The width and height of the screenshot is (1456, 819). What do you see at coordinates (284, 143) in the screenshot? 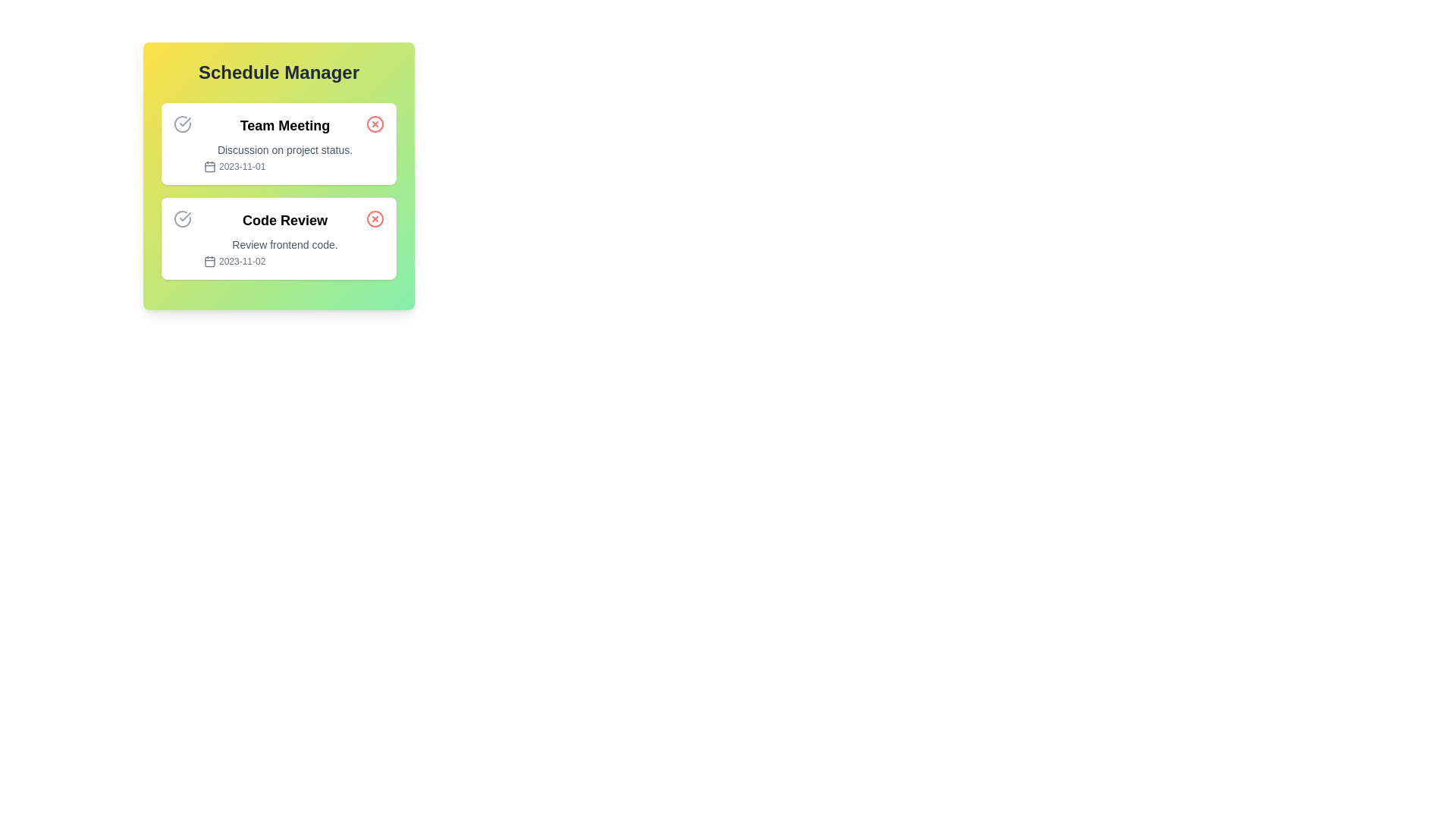
I see `the first entry in the schedule information component located under the title 'Schedule Manager'` at bounding box center [284, 143].